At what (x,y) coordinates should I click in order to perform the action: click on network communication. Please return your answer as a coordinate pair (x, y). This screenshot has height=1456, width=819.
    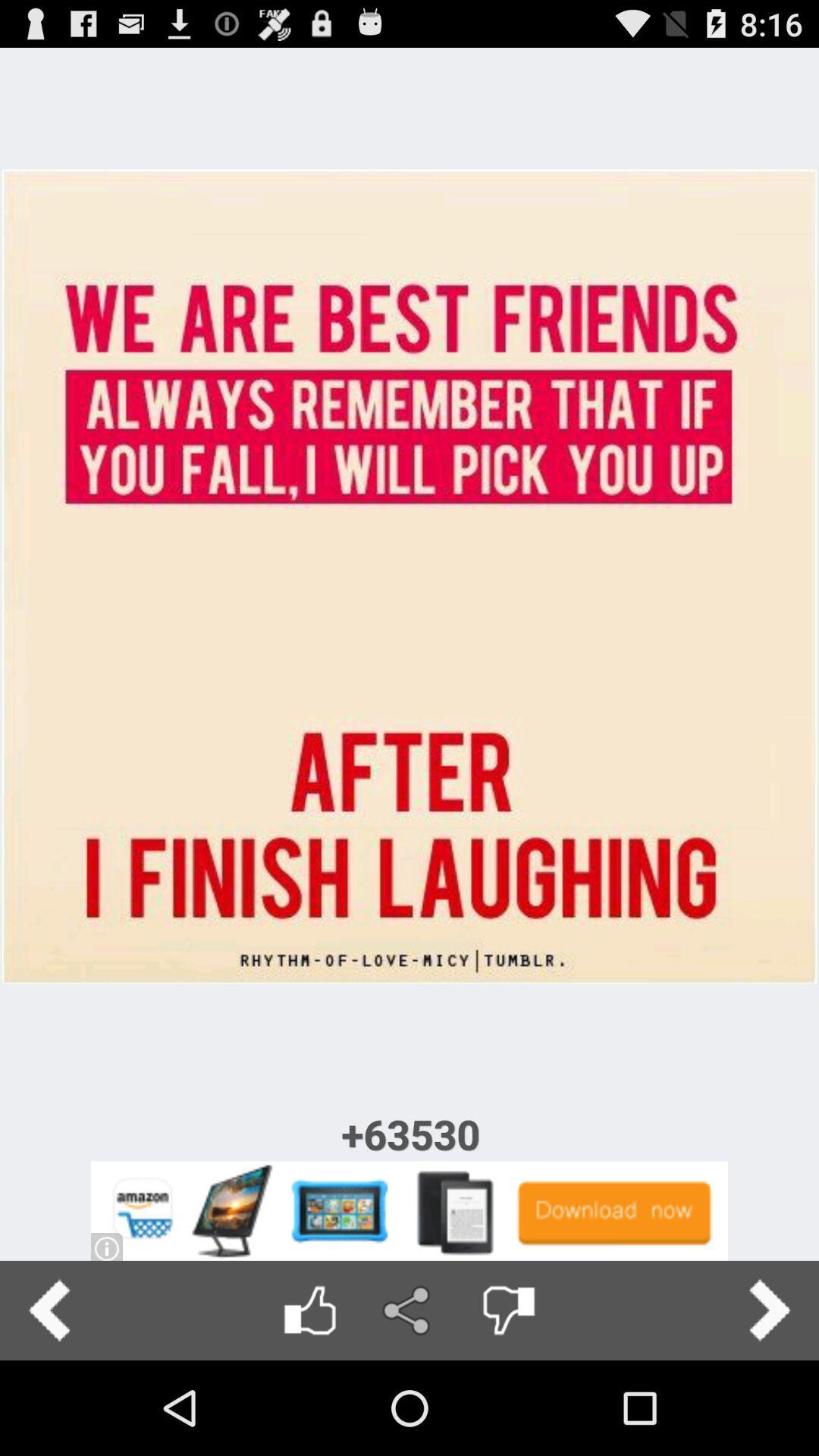
    Looking at the image, I should click on (408, 1310).